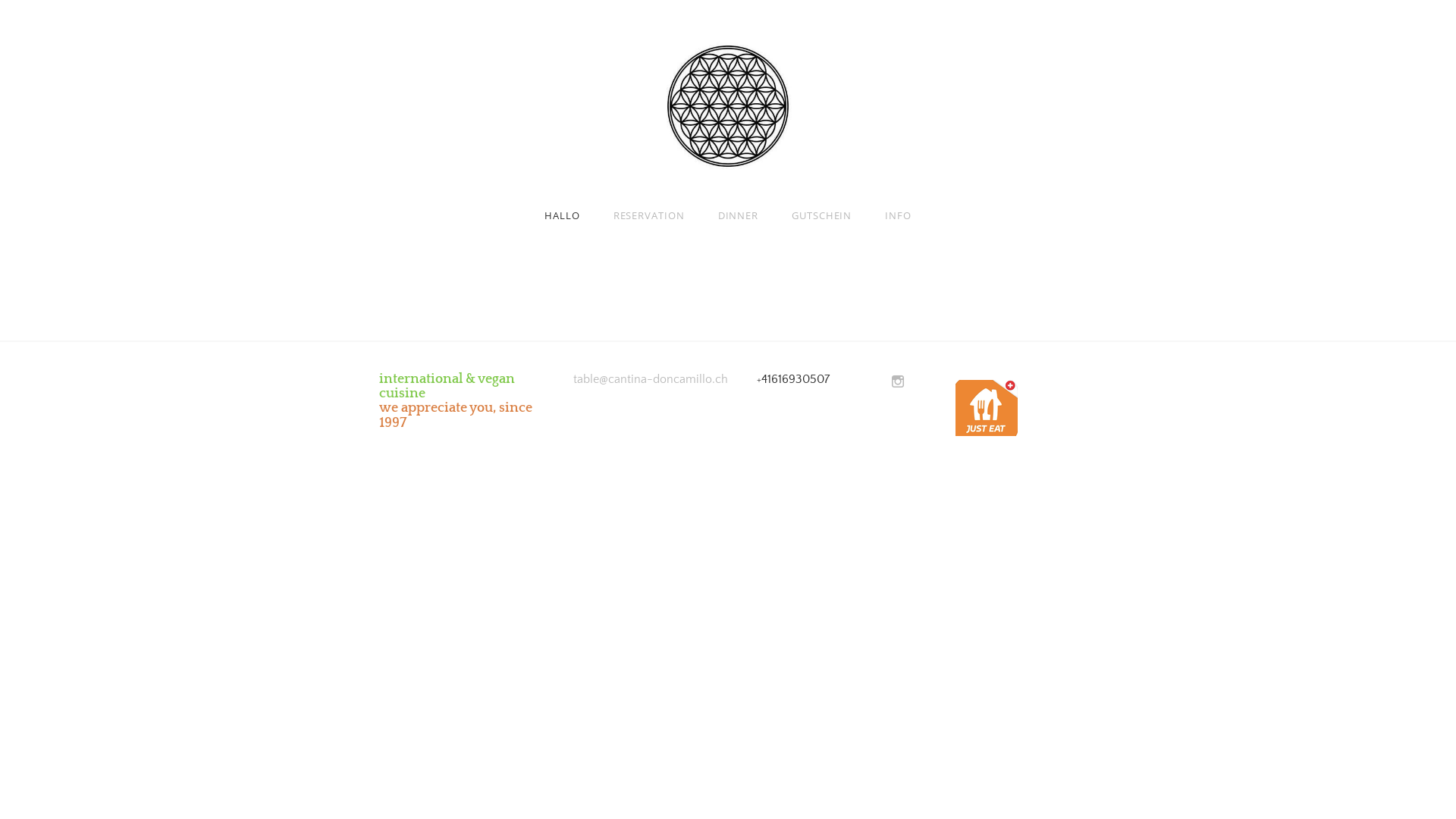 The width and height of the screenshot is (1456, 819). I want to click on 'DINNER', so click(738, 215).